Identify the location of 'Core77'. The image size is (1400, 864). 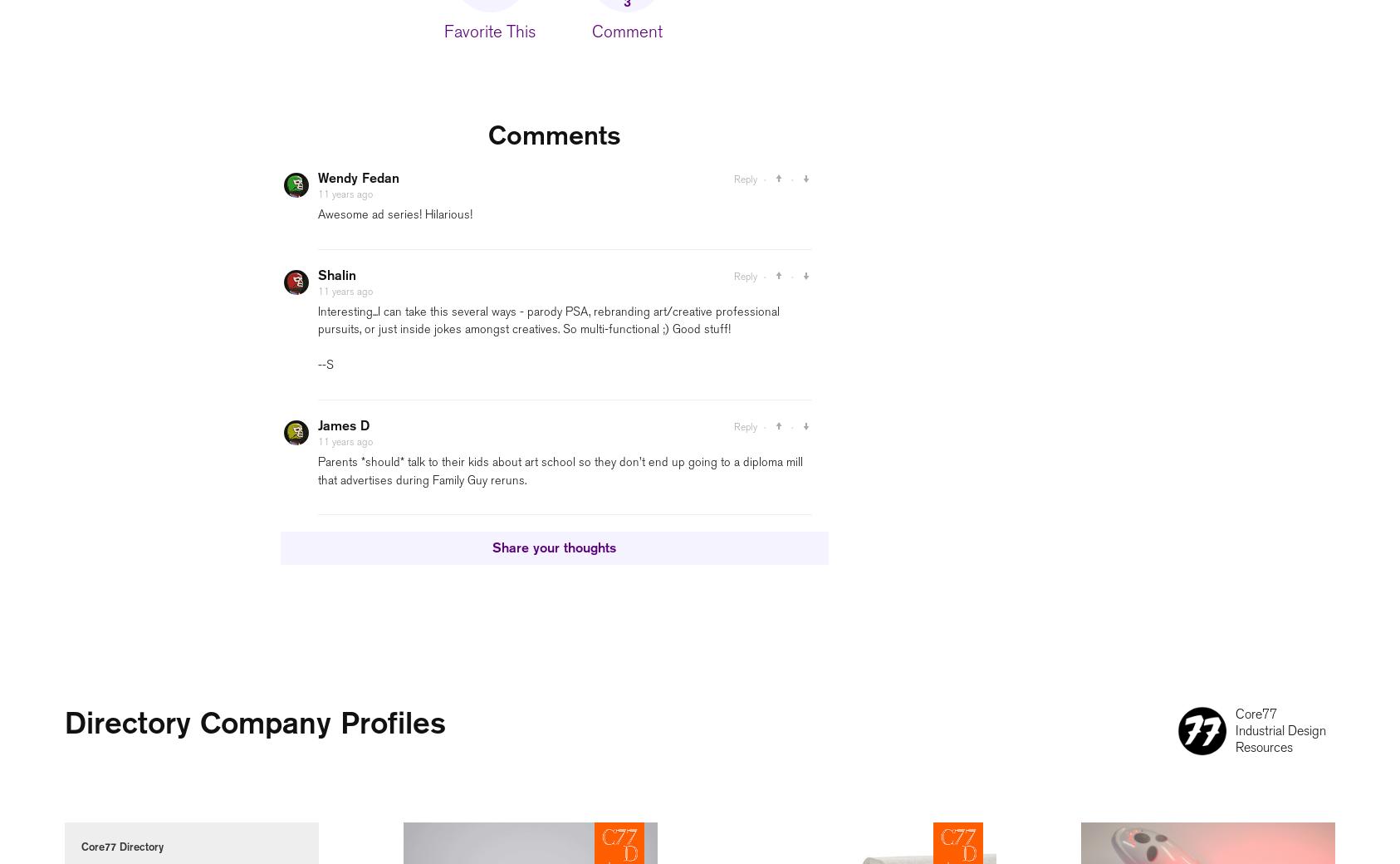
(1235, 713).